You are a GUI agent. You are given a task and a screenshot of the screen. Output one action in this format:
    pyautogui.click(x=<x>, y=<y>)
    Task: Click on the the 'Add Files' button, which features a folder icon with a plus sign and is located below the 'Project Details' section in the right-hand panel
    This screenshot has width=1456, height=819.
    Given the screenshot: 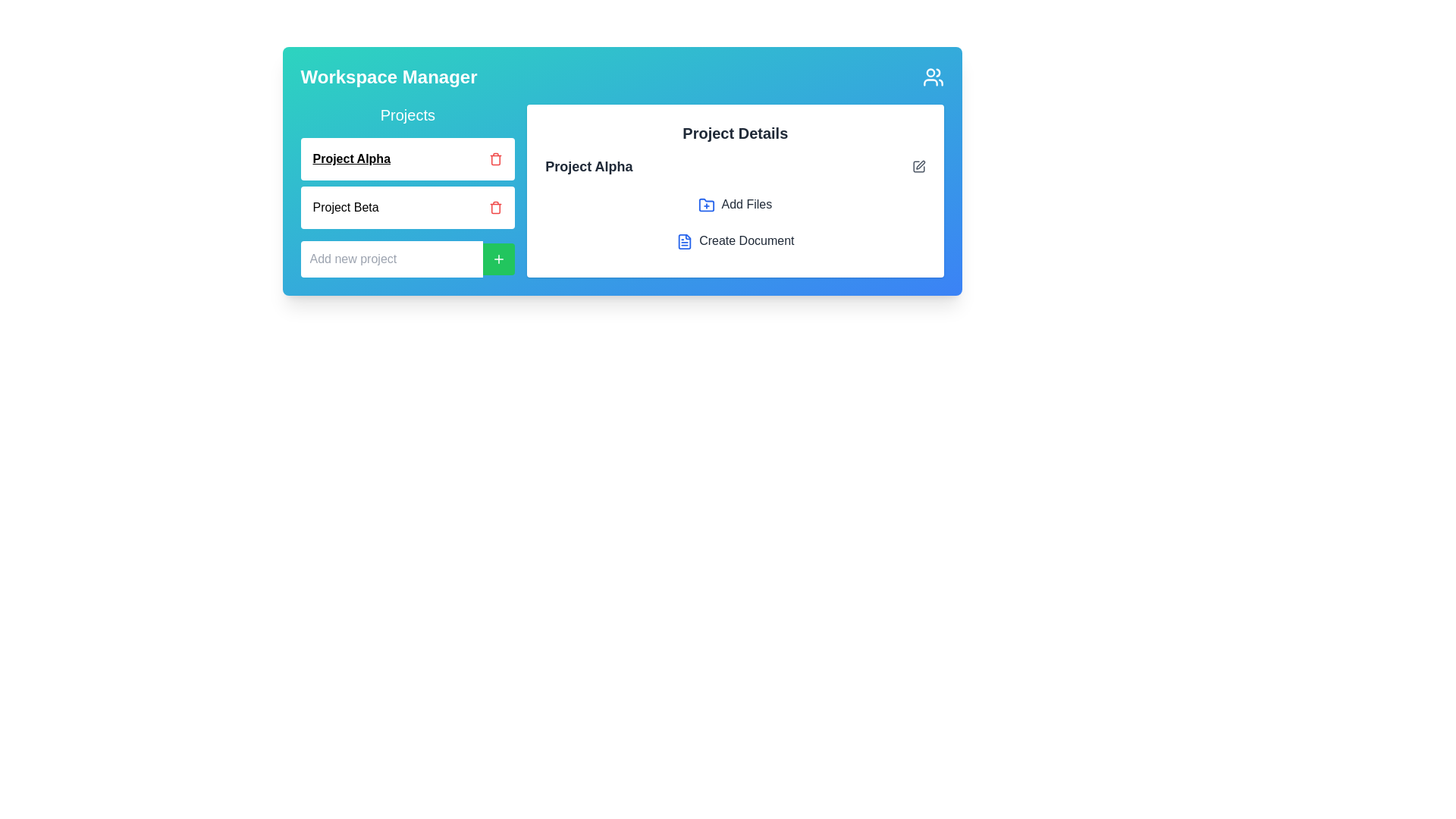 What is the action you would take?
    pyautogui.click(x=735, y=205)
    